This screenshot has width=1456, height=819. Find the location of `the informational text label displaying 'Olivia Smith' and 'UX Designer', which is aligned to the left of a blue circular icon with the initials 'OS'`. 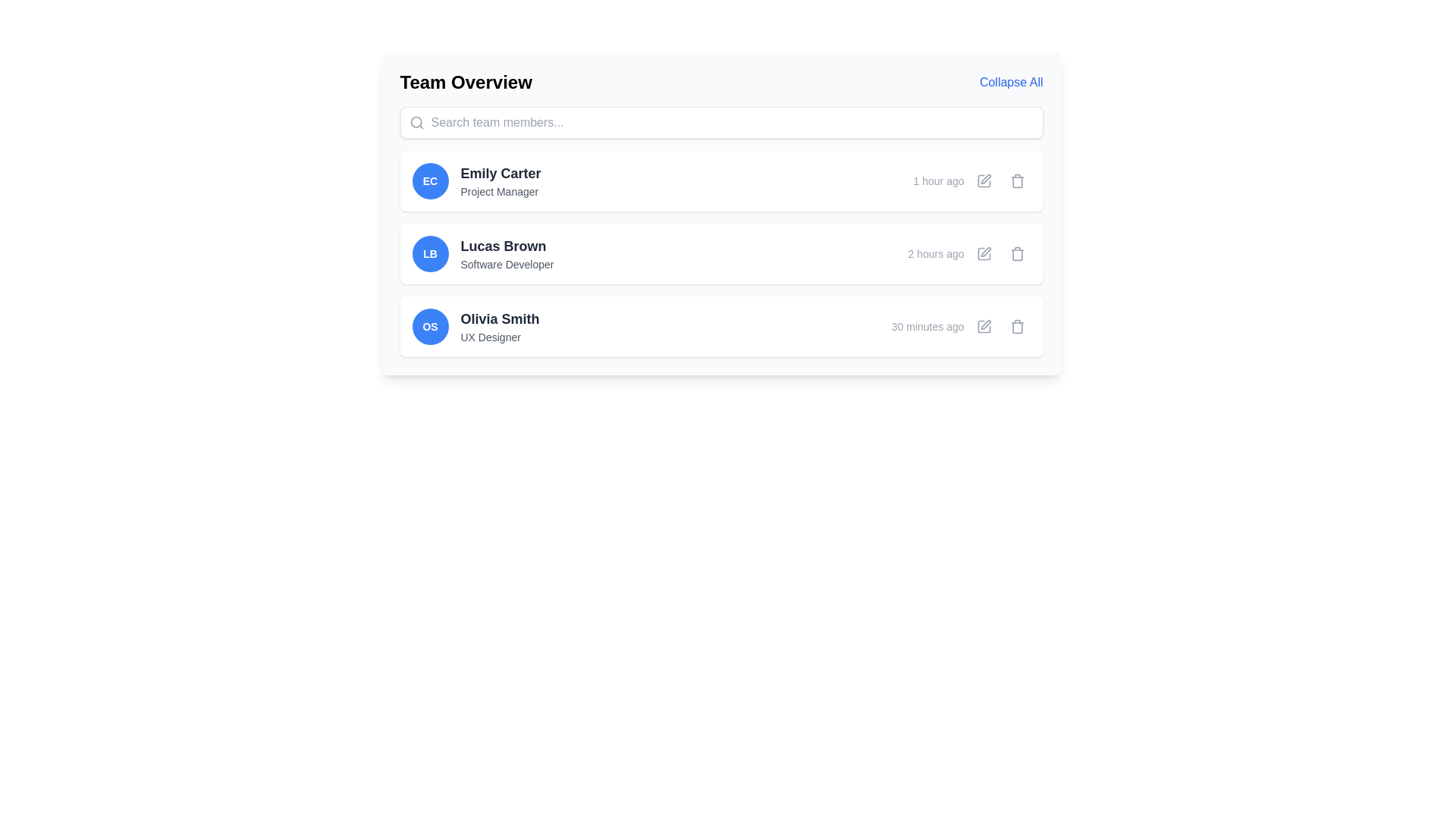

the informational text label displaying 'Olivia Smith' and 'UX Designer', which is aligned to the left of a blue circular icon with the initials 'OS' is located at coordinates (500, 326).